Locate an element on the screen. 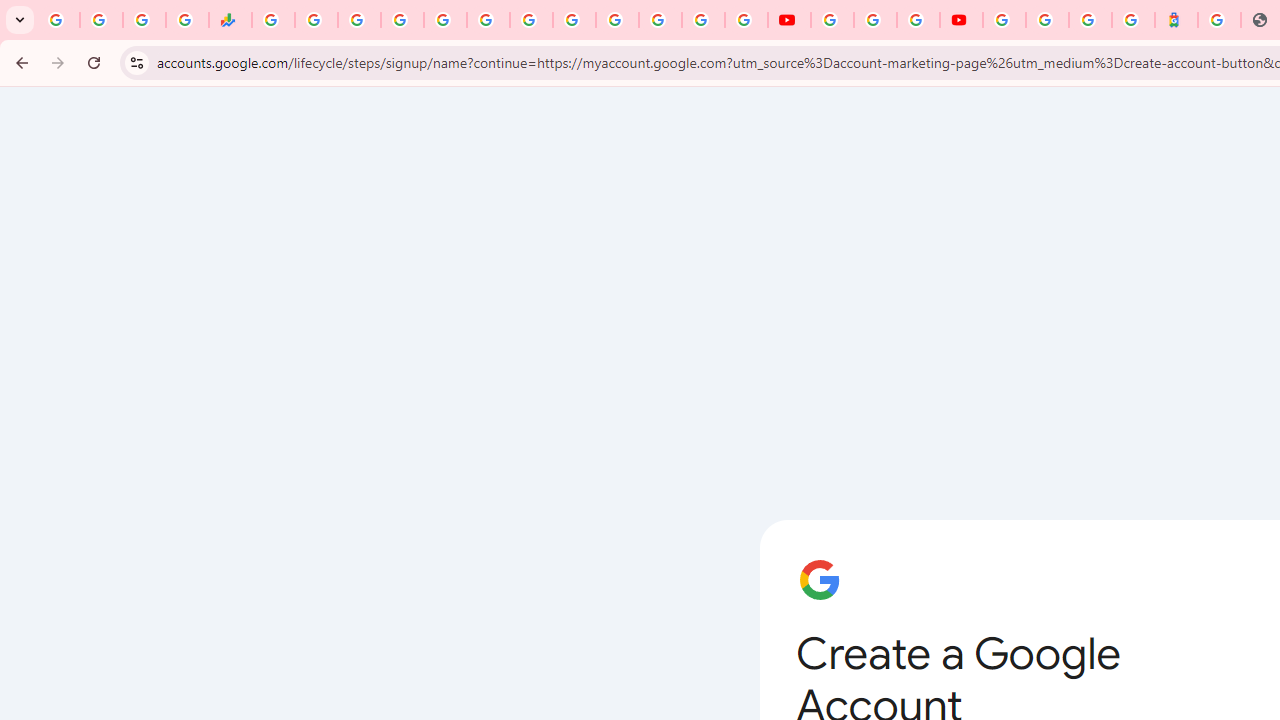 The image size is (1280, 720). 'Android TV Policies and Guidelines - Transparency Center' is located at coordinates (531, 20).